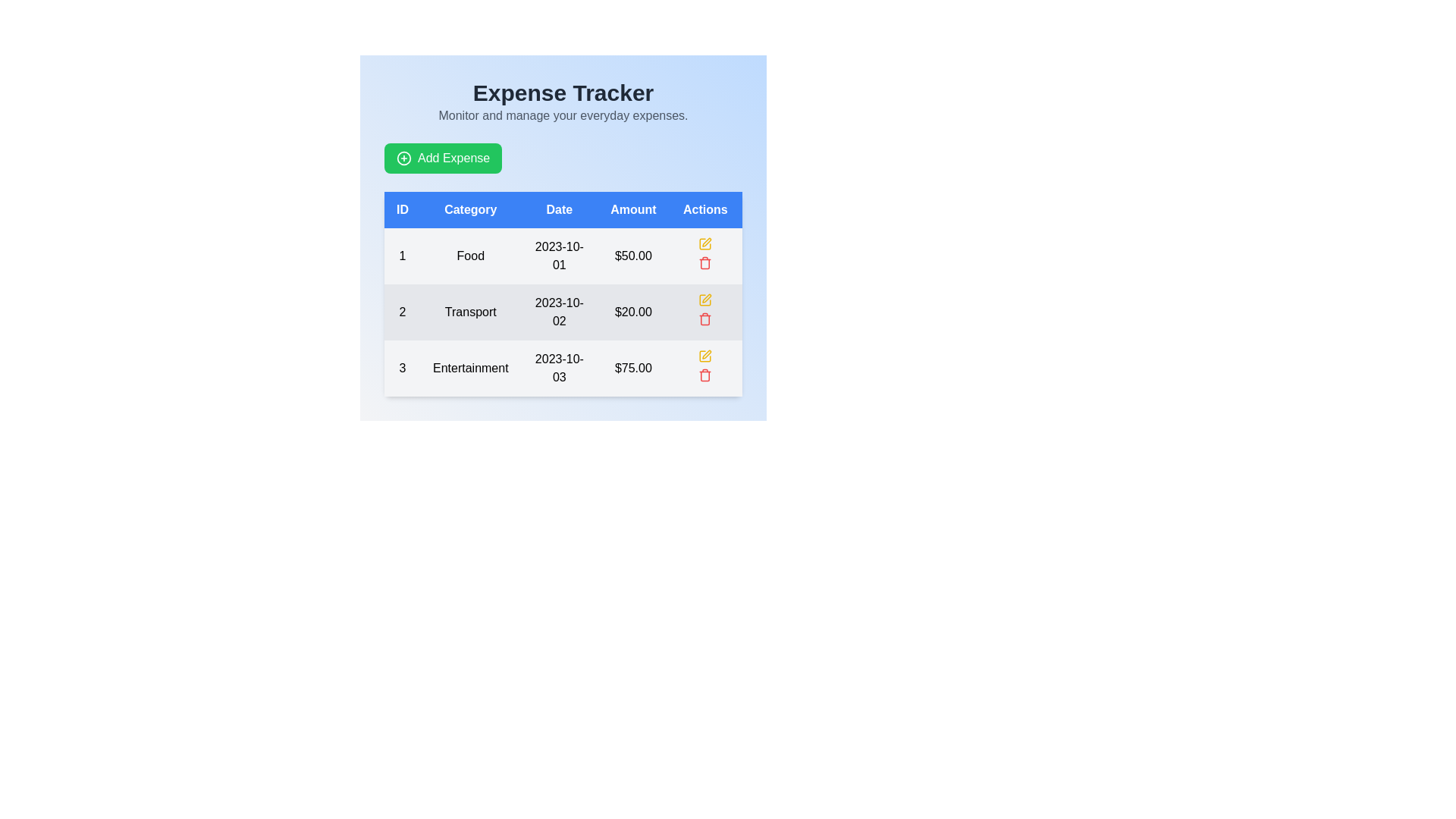  What do you see at coordinates (403, 369) in the screenshot?
I see `the text label displaying the number '3' in the Expense Tracker table, which is located in the first column of the third row` at bounding box center [403, 369].